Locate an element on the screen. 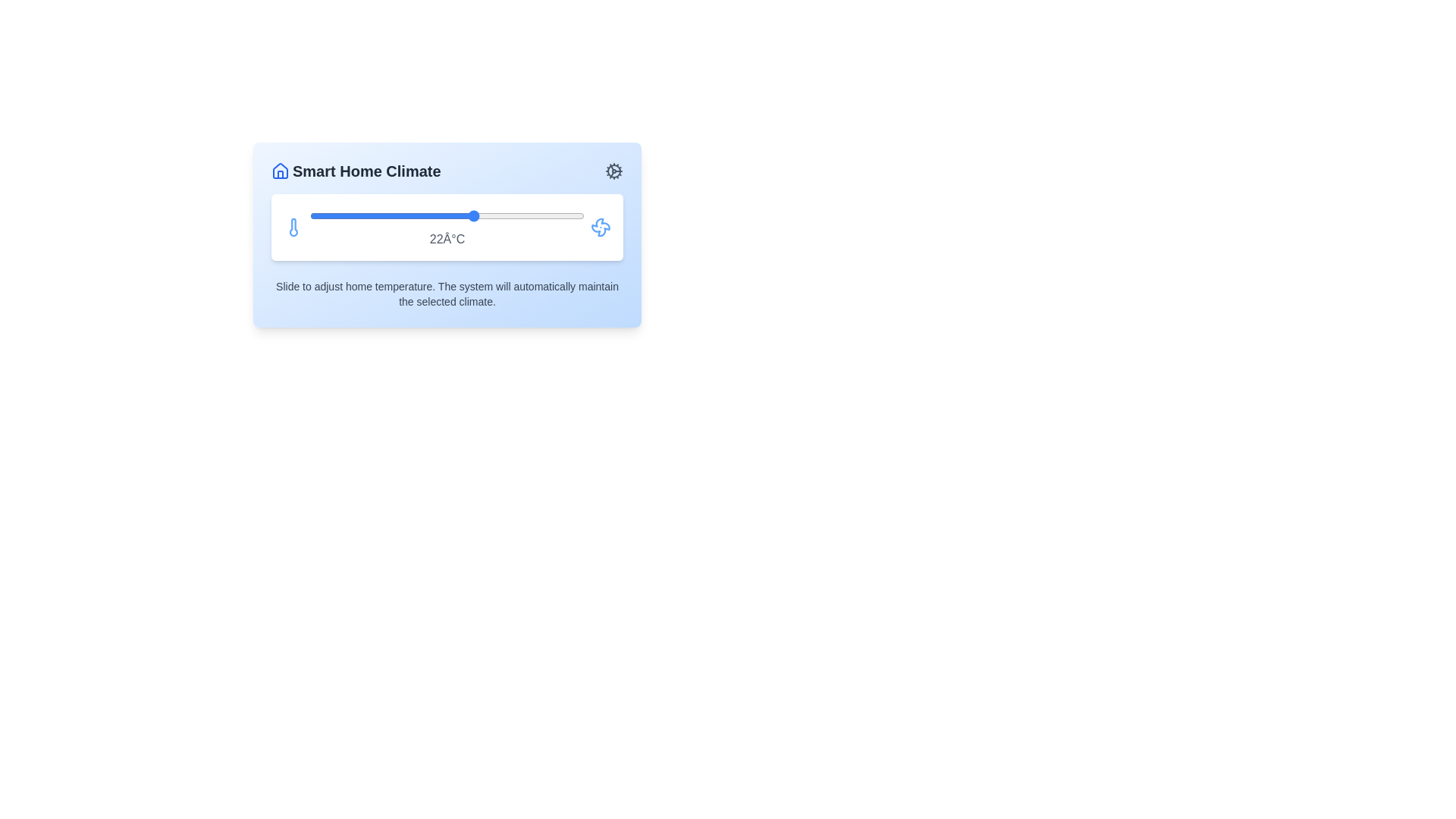 Image resolution: width=1456 pixels, height=819 pixels. the explanatory text area to read its content is located at coordinates (447, 294).